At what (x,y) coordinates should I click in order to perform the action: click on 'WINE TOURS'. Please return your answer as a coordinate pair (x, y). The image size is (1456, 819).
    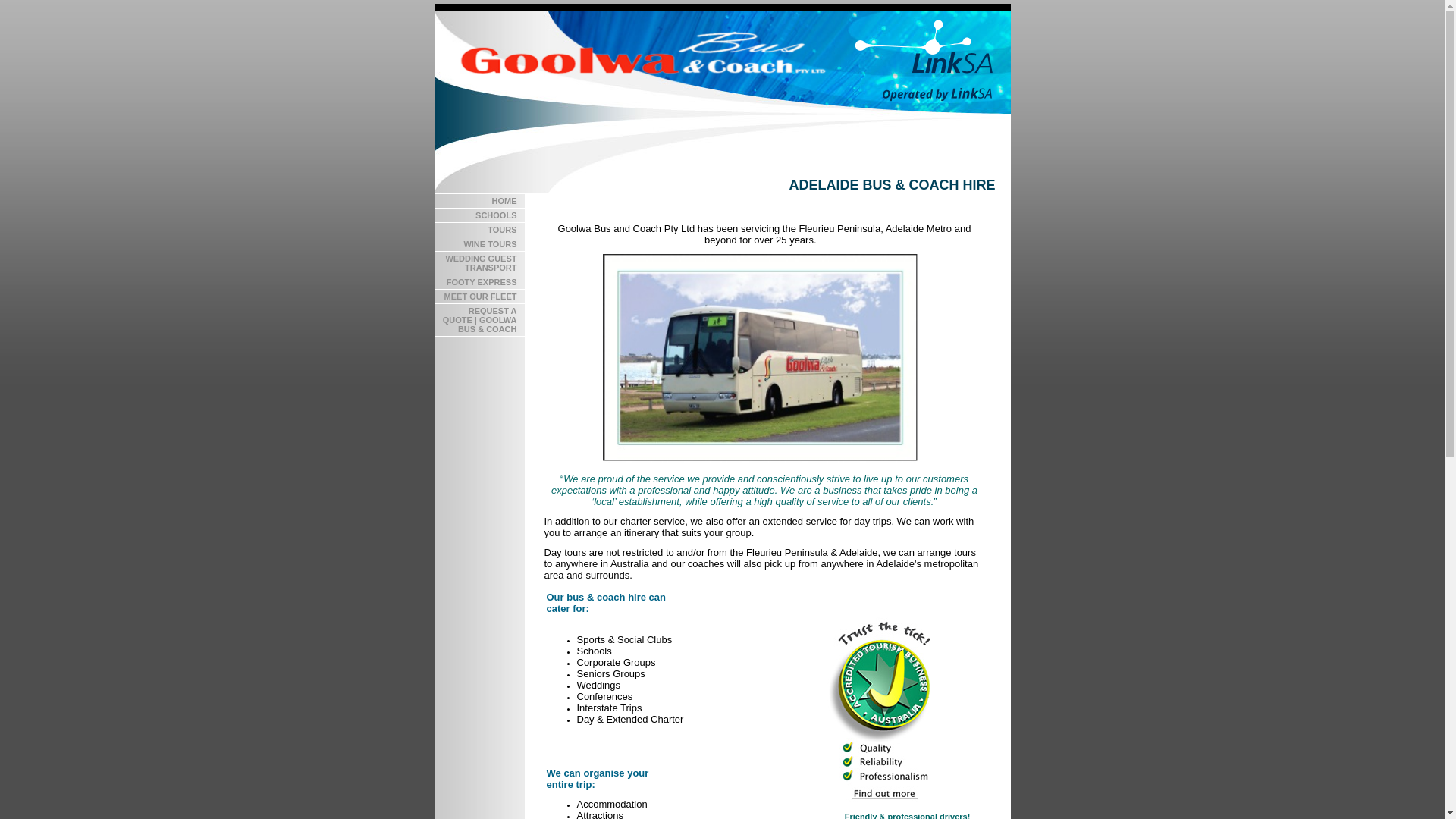
    Looking at the image, I should click on (478, 243).